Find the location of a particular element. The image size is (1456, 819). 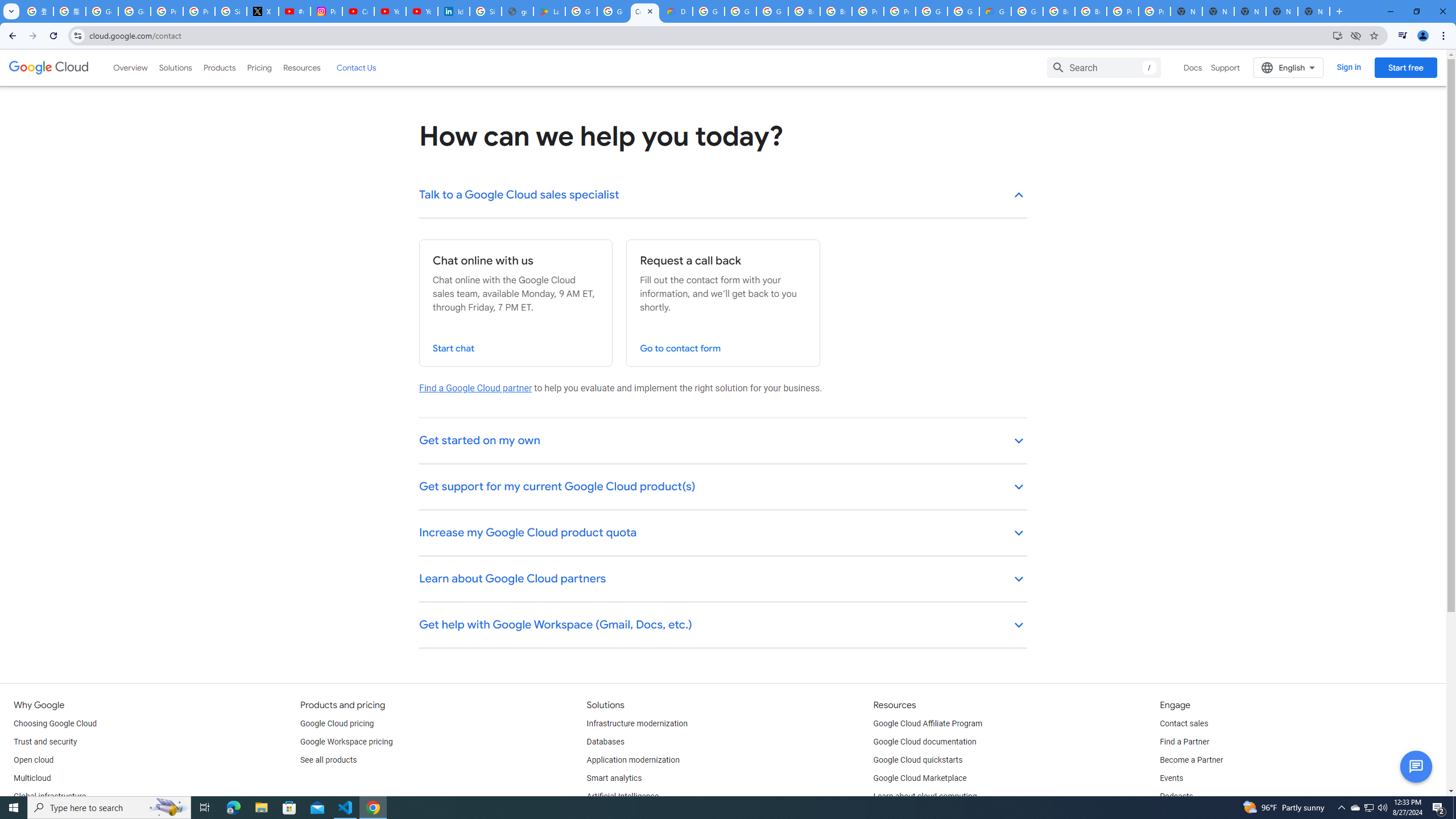

'Pricing' is located at coordinates (259, 67).